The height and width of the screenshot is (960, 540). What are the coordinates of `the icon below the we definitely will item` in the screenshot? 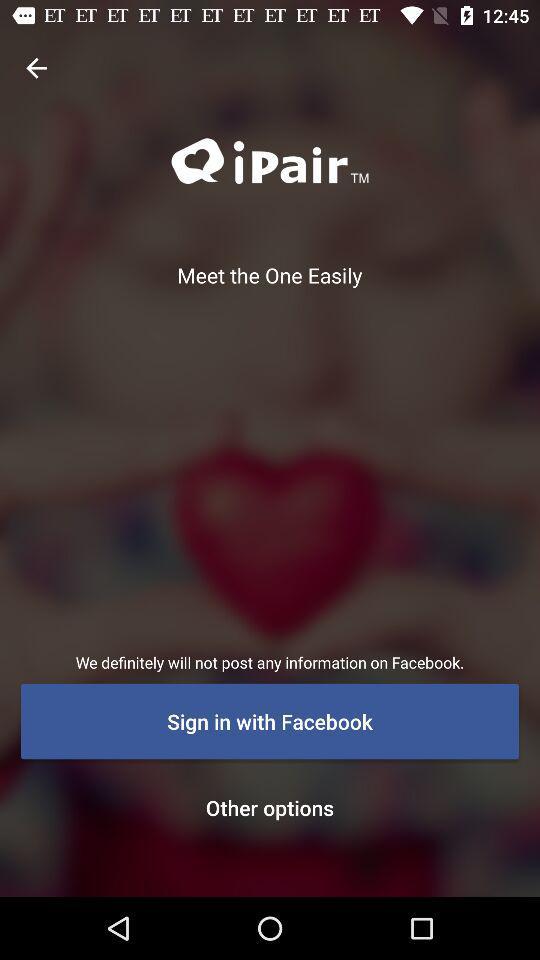 It's located at (270, 720).